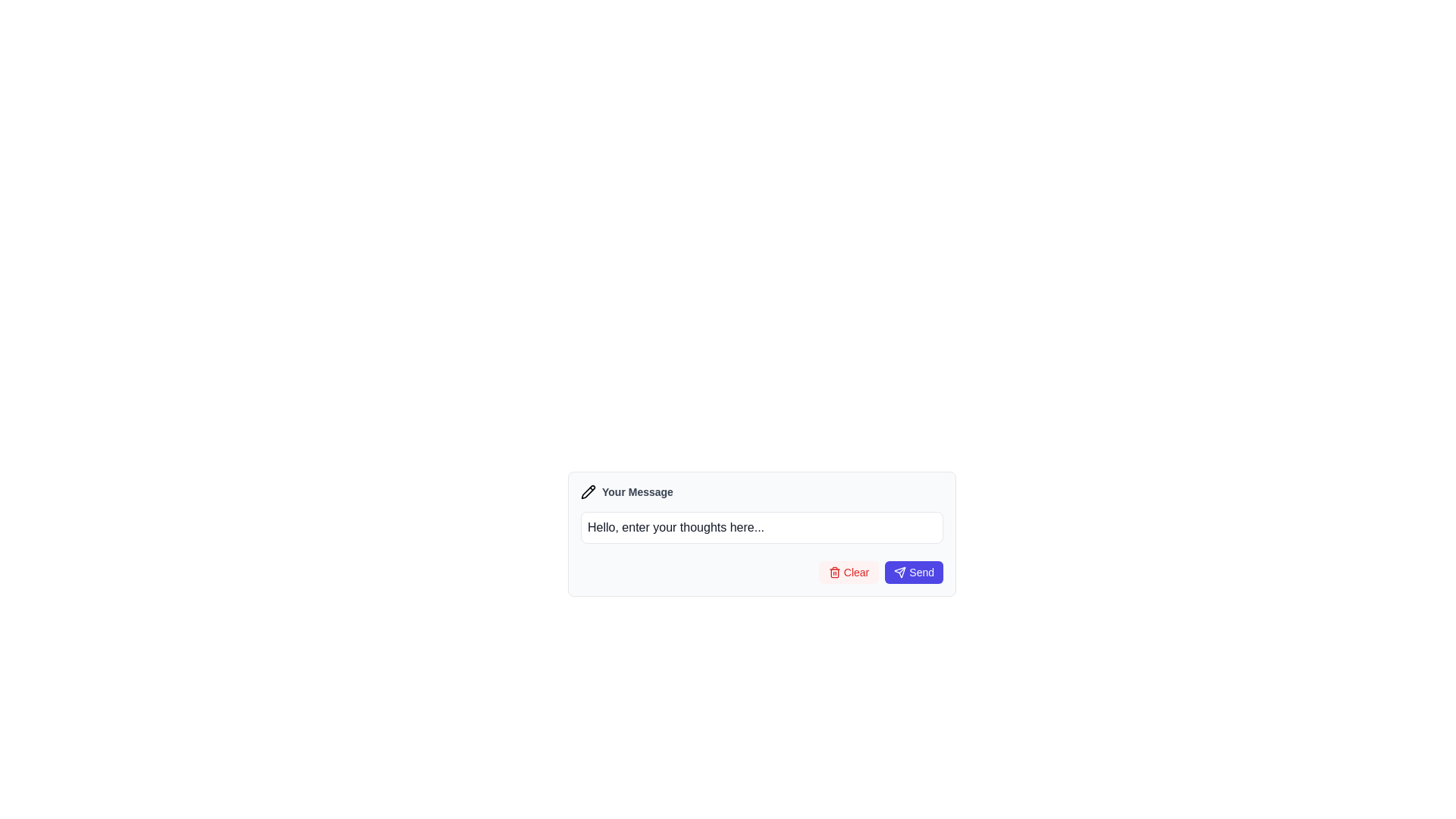 Image resolution: width=1456 pixels, height=819 pixels. I want to click on the text input area labeled 'Your Message', so click(761, 526).